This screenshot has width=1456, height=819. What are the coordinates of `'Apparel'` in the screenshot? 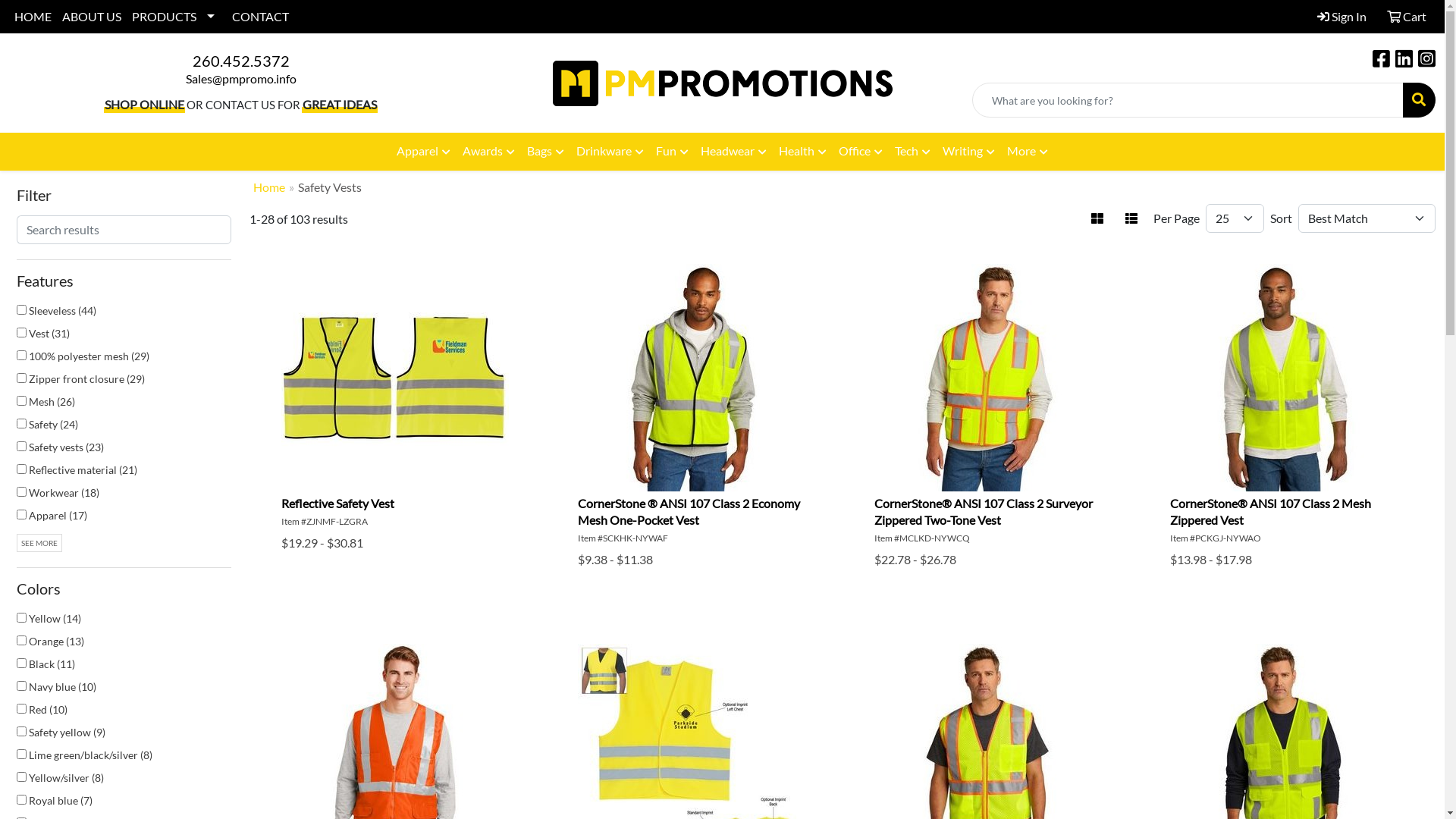 It's located at (423, 152).